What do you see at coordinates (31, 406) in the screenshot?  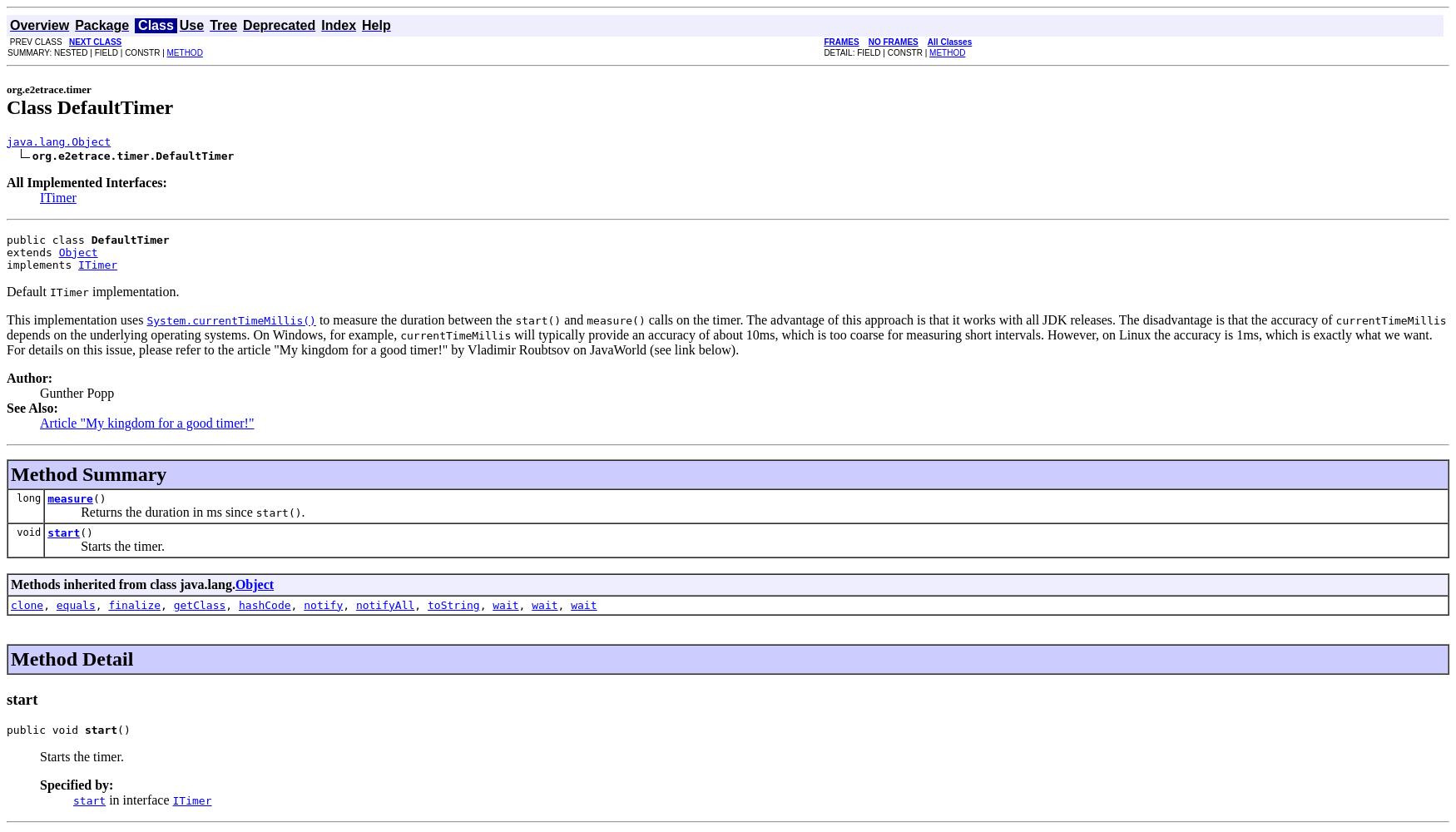 I see `'See Also:'` at bounding box center [31, 406].